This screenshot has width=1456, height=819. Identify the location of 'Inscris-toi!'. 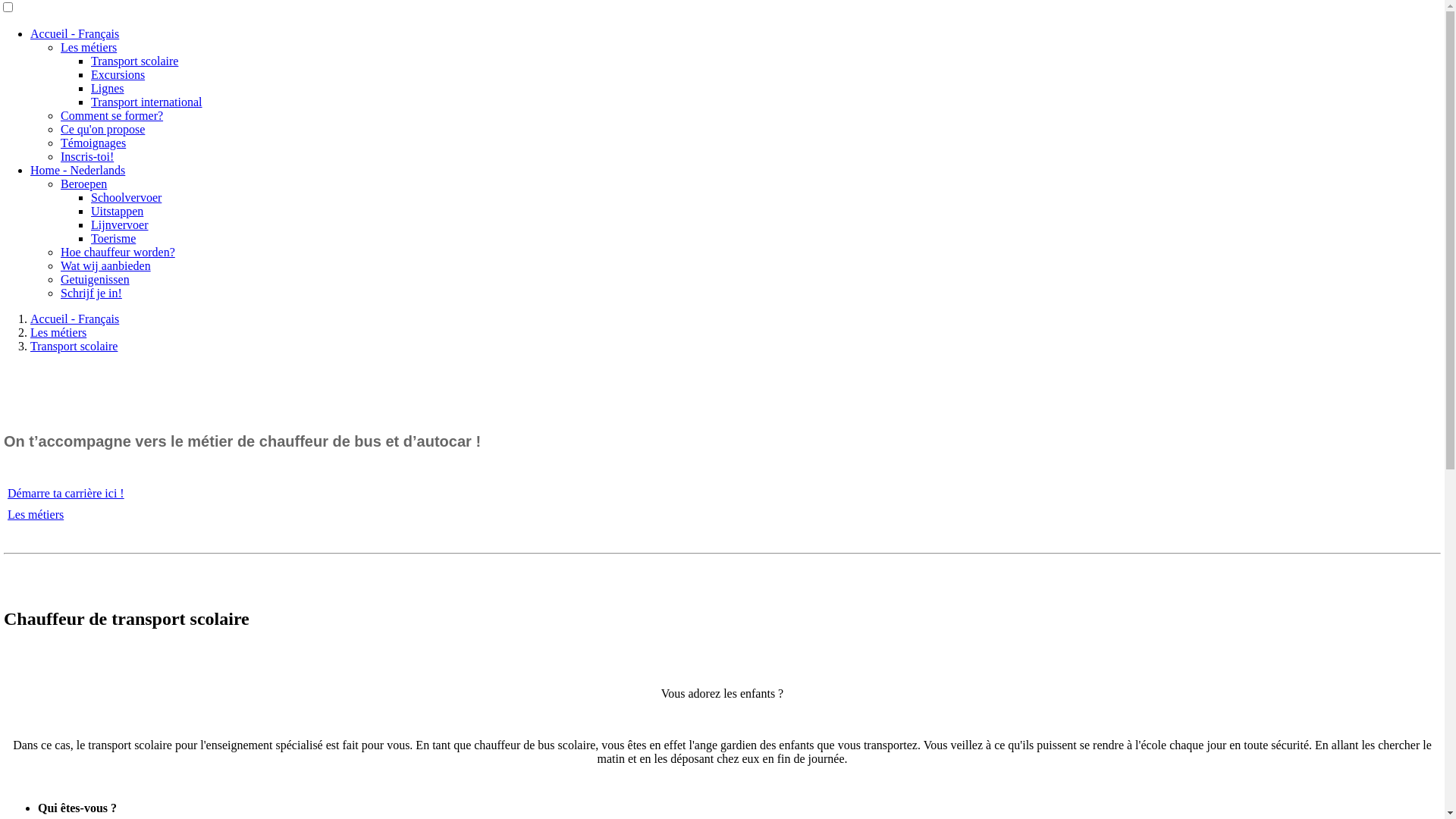
(86, 156).